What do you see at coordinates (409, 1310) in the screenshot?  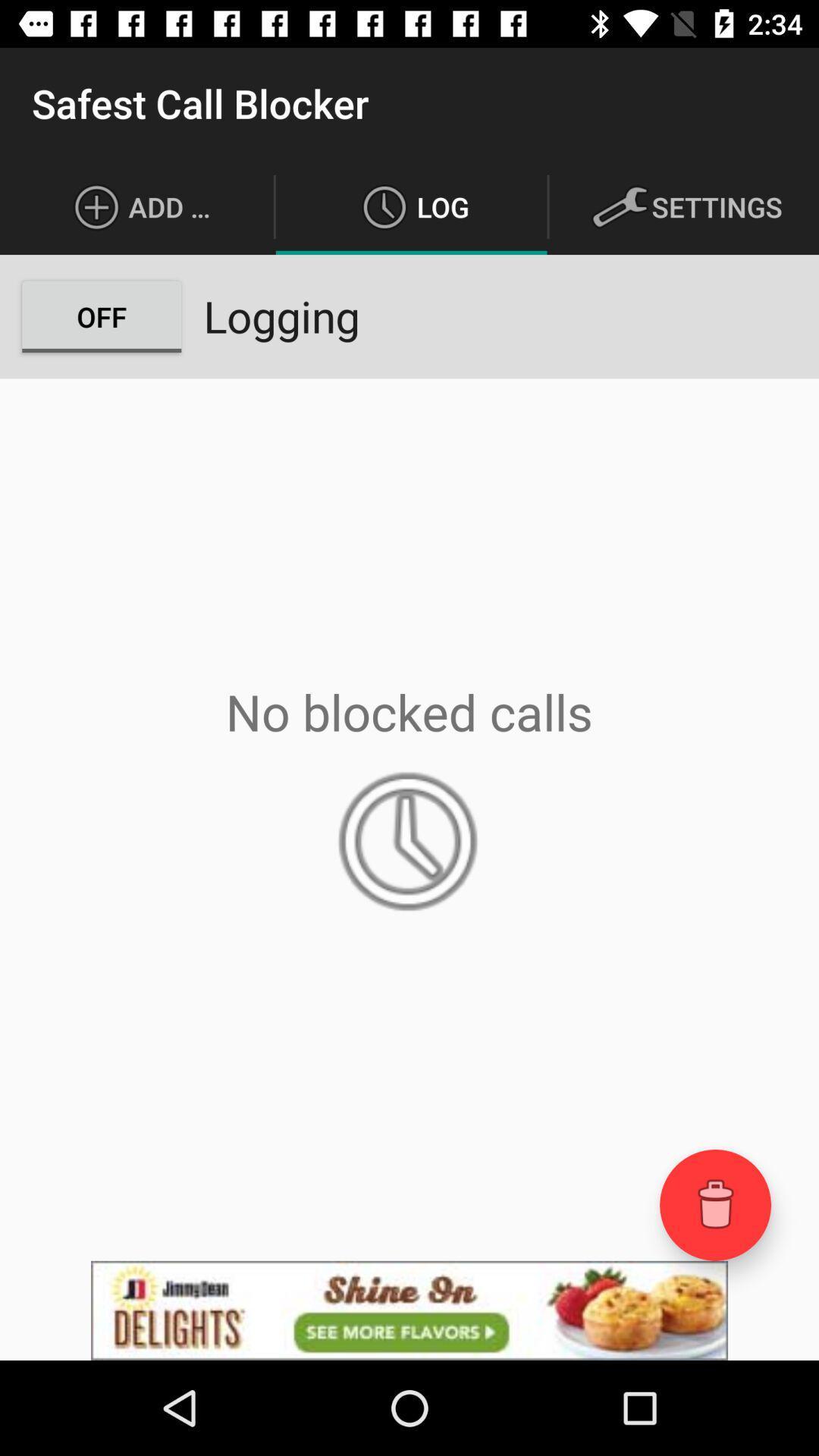 I see `banner` at bounding box center [409, 1310].